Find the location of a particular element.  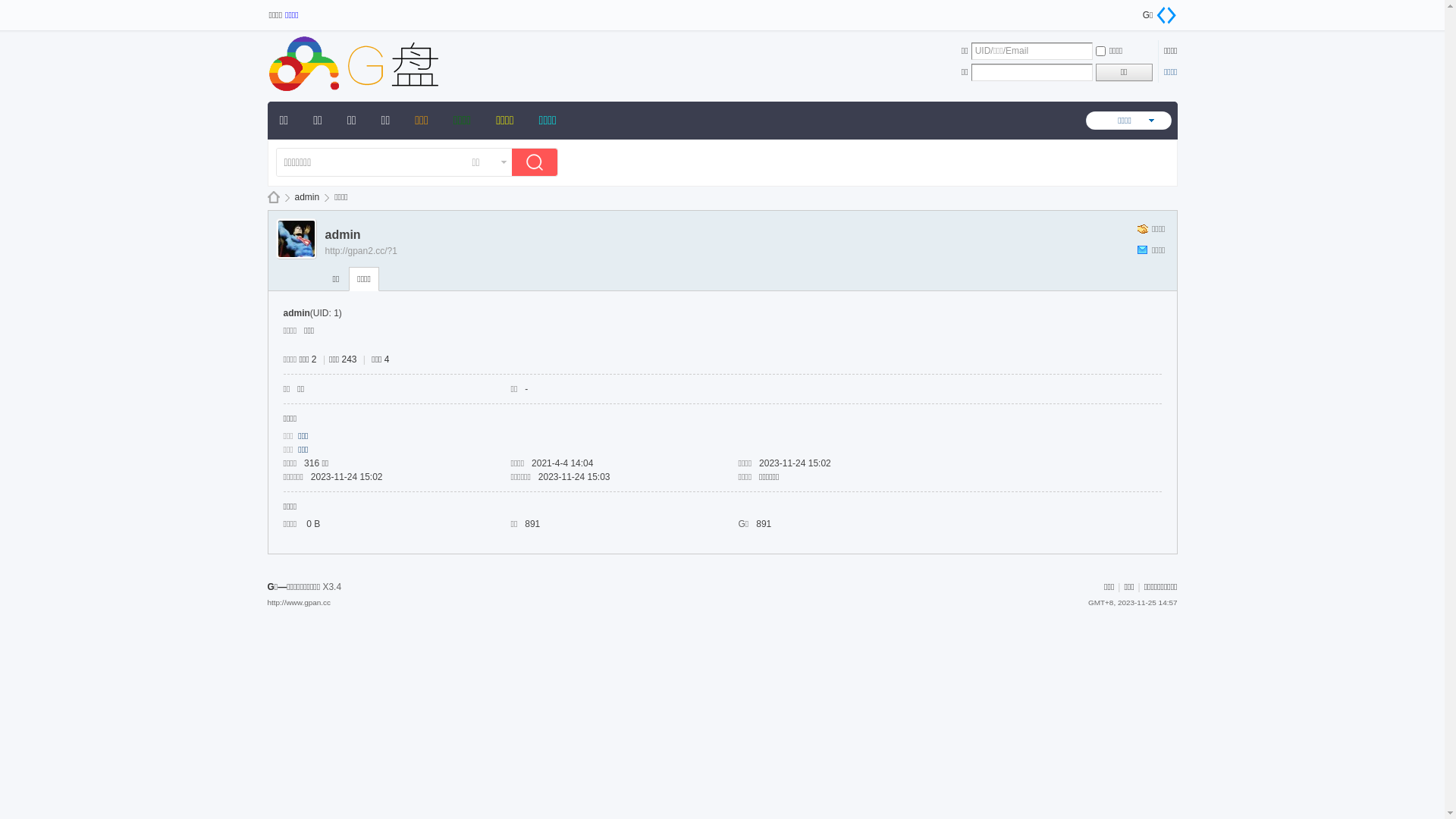

'true' is located at coordinates (510, 164).